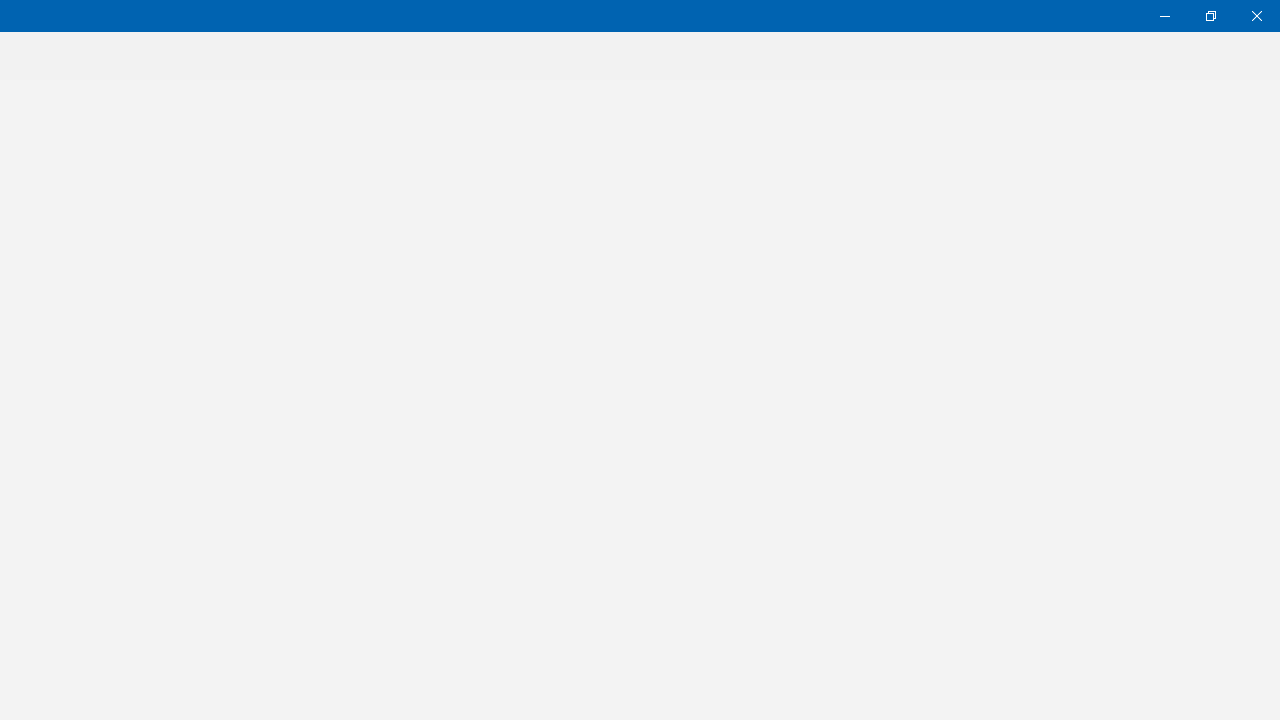 Image resolution: width=1280 pixels, height=720 pixels. I want to click on 'Minimize Weather', so click(1164, 15).